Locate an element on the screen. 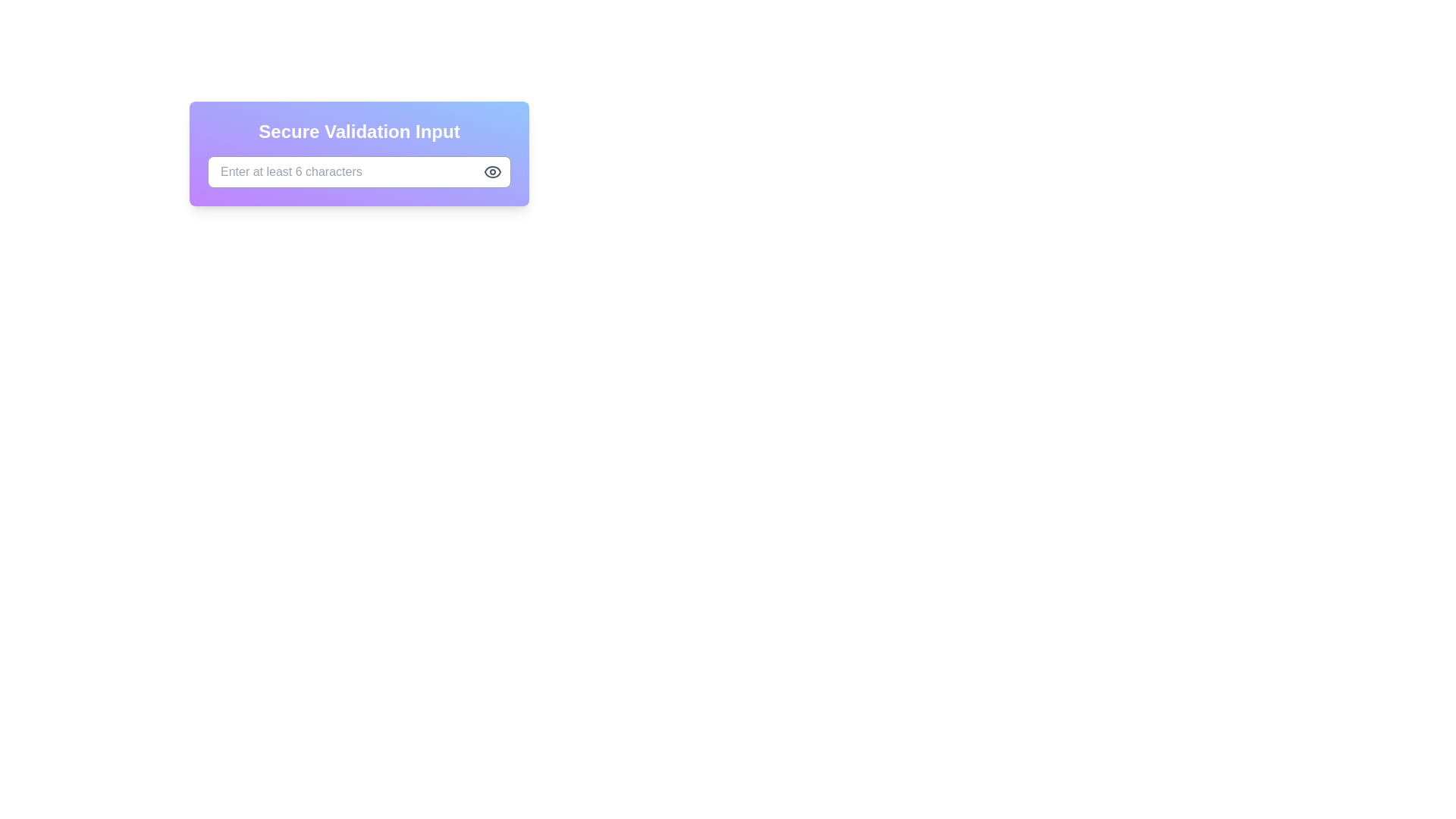 The width and height of the screenshot is (1456, 819). the centered title text labeled 'Secure Validation Input', which is styled in bold white font against a gradient background is located at coordinates (359, 130).